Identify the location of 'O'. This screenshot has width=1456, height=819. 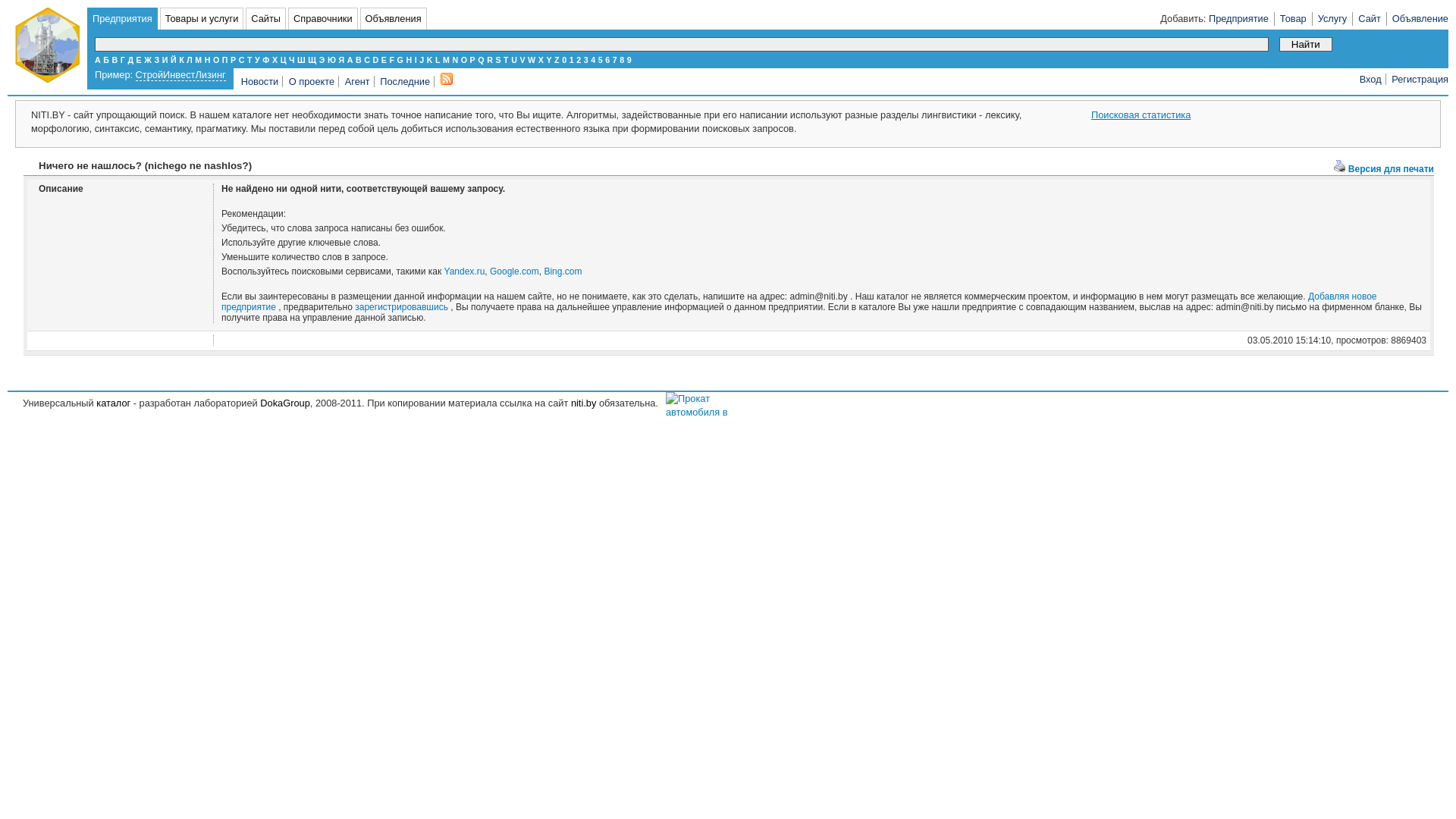
(463, 58).